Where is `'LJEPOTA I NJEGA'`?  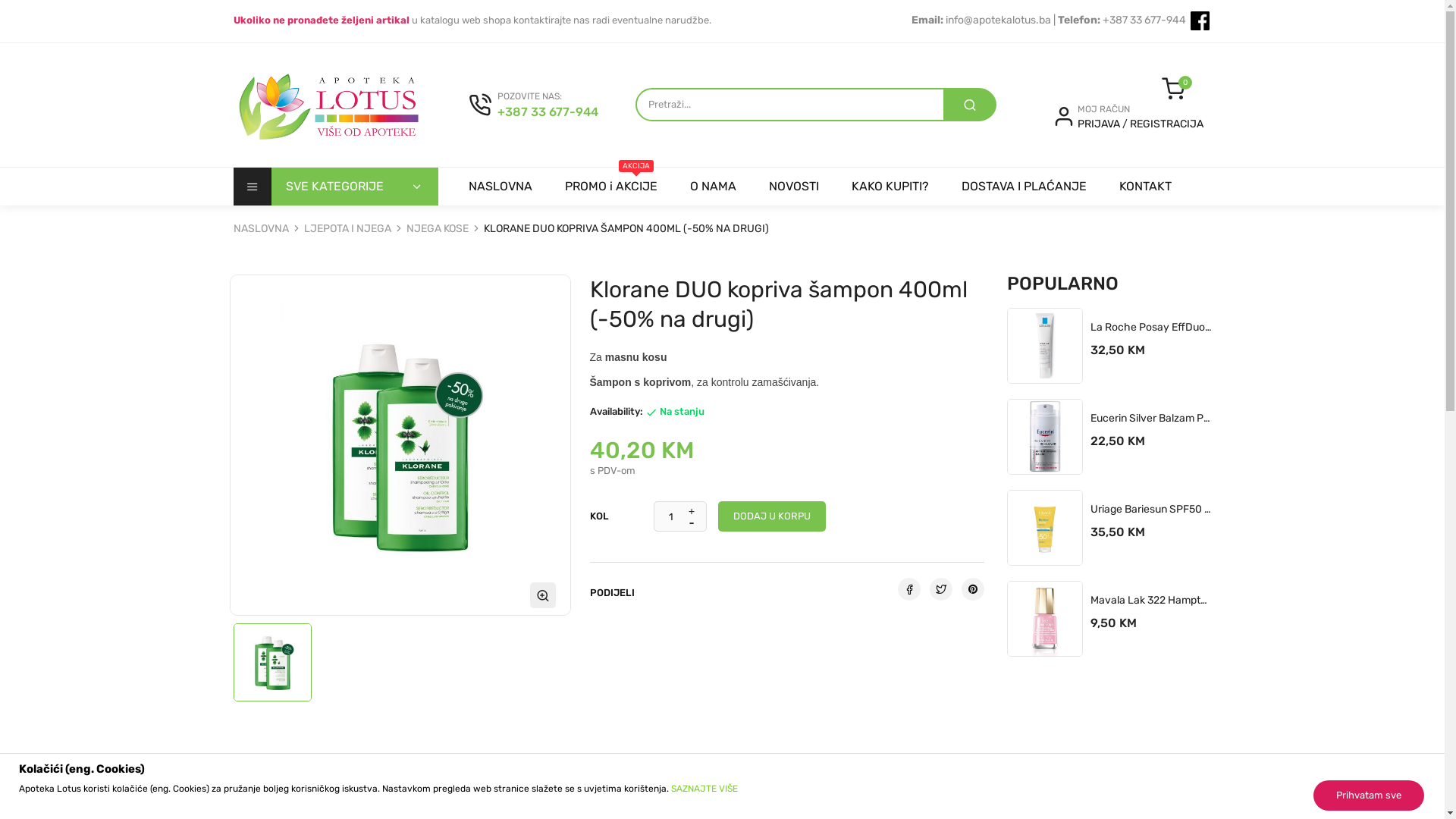 'LJEPOTA I NJEGA' is located at coordinates (303, 228).